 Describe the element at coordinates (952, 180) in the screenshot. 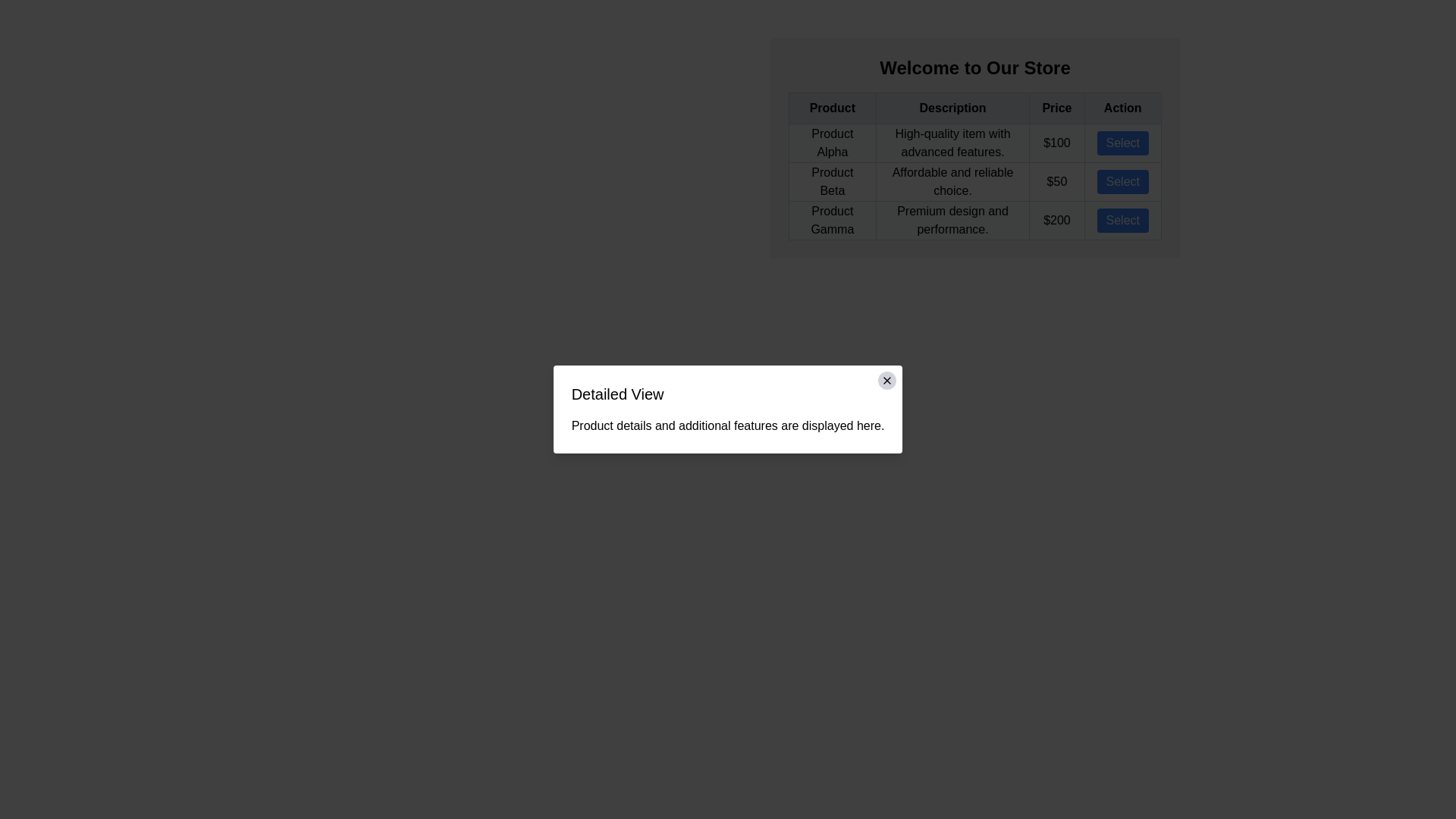

I see `the text label displaying 'Affordable and reliable choice.' located in the second column of the 'Product Beta' row in the table` at that location.